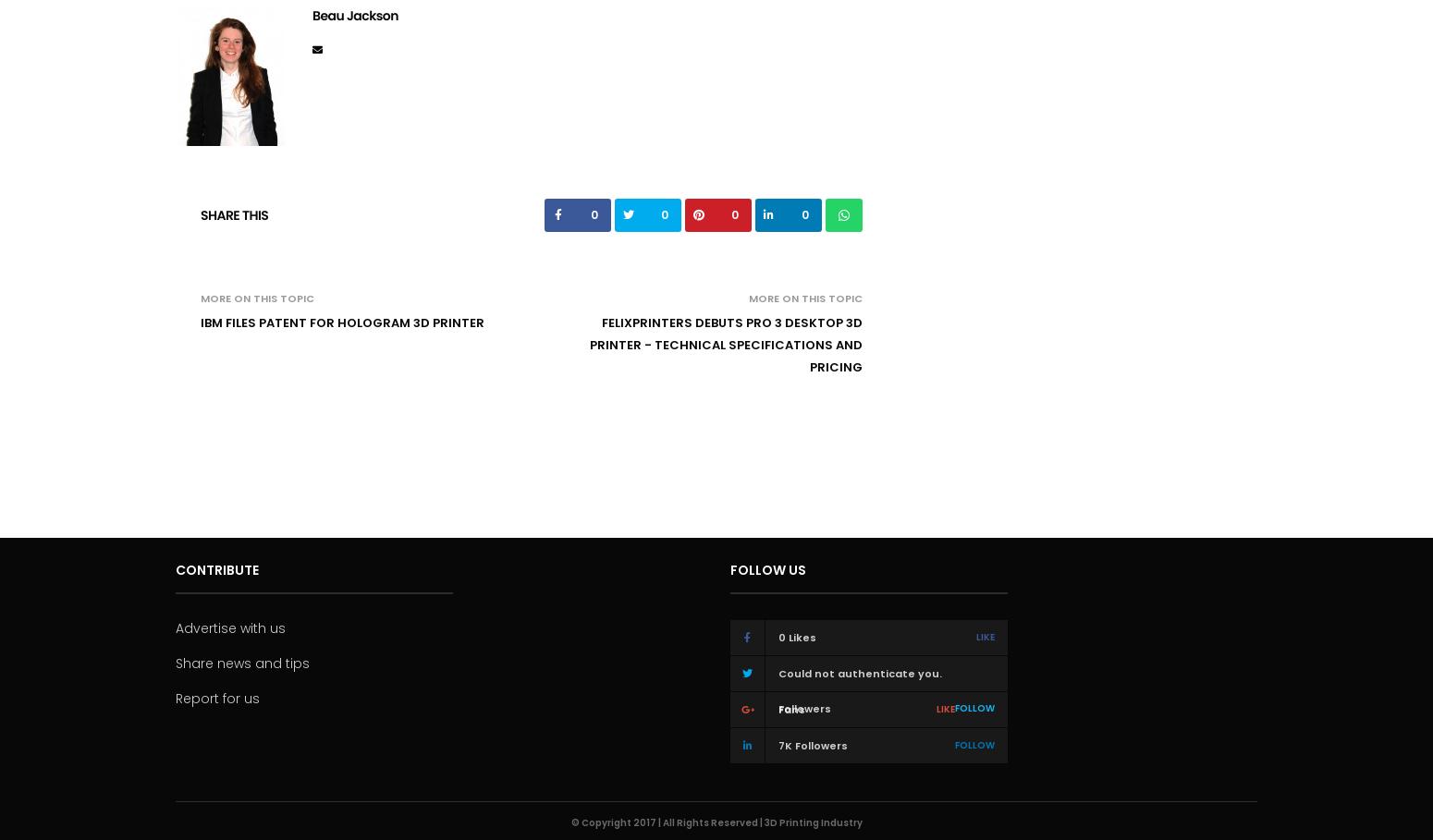 The width and height of the screenshot is (1433, 840). I want to click on '© Copyright 2017 | All Rights Reserved | 3D Printing Industry', so click(570, 822).